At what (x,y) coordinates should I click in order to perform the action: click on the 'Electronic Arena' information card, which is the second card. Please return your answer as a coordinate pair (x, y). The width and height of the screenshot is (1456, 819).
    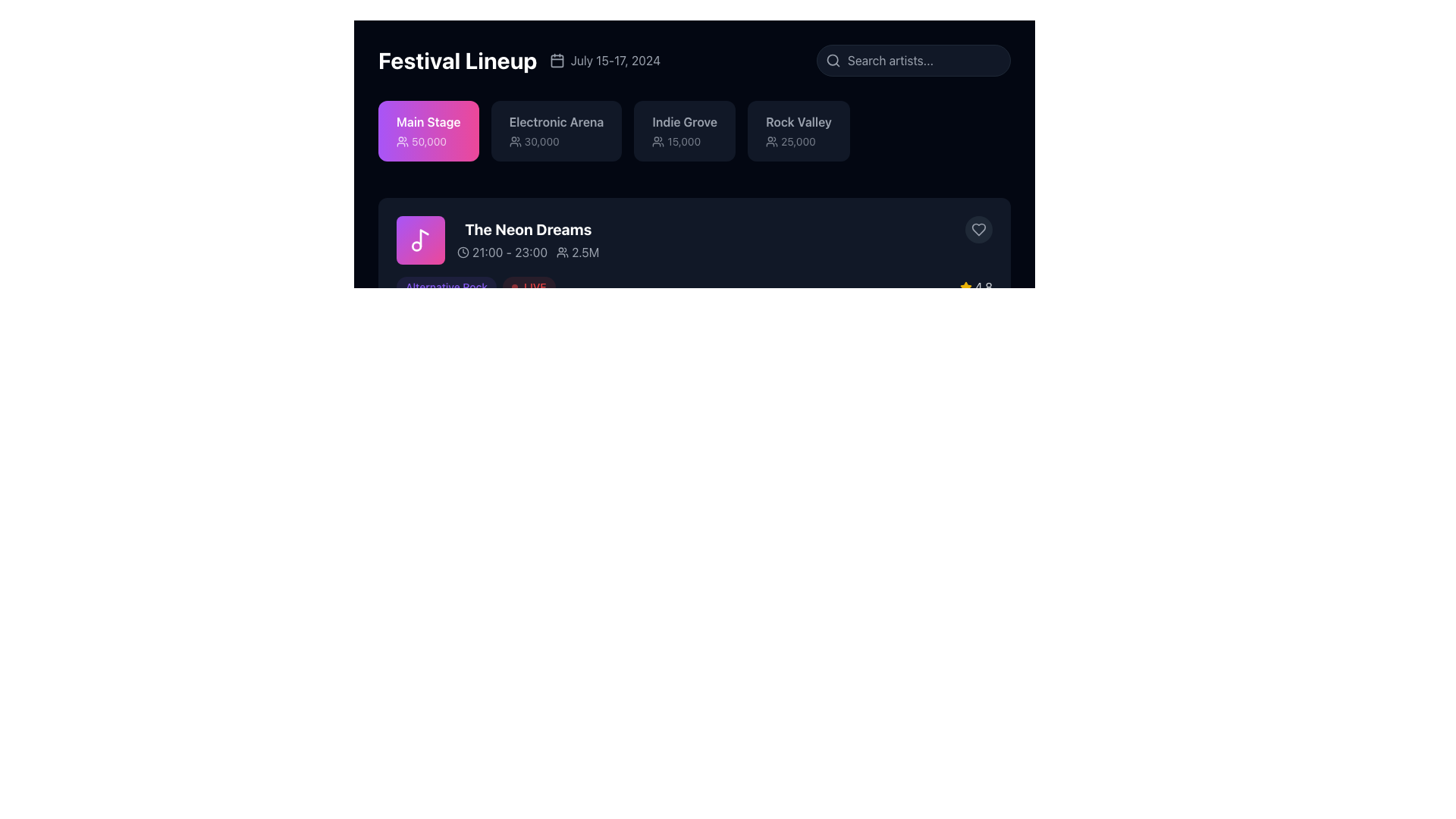
    Looking at the image, I should click on (556, 130).